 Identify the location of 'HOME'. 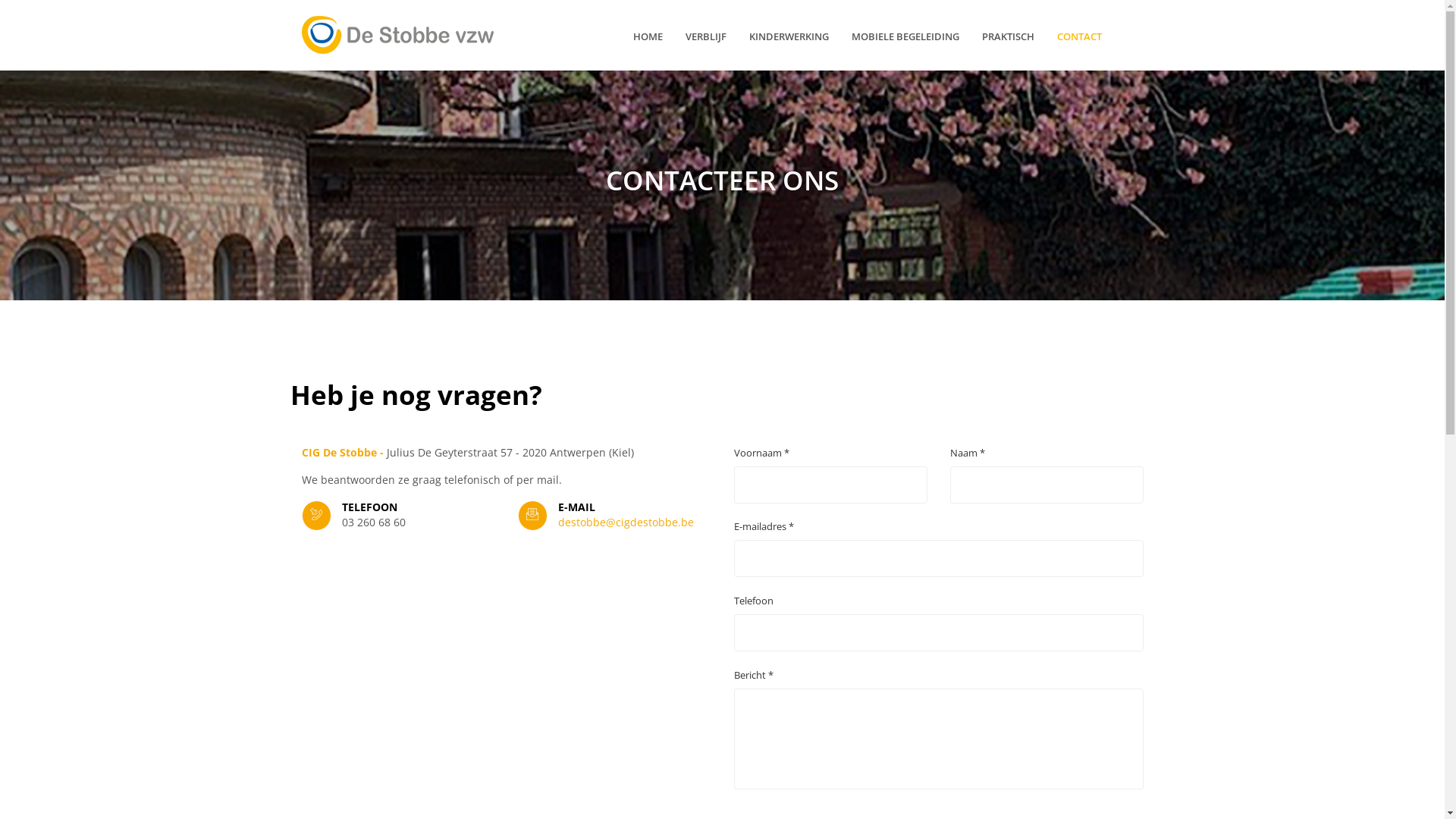
(648, 36).